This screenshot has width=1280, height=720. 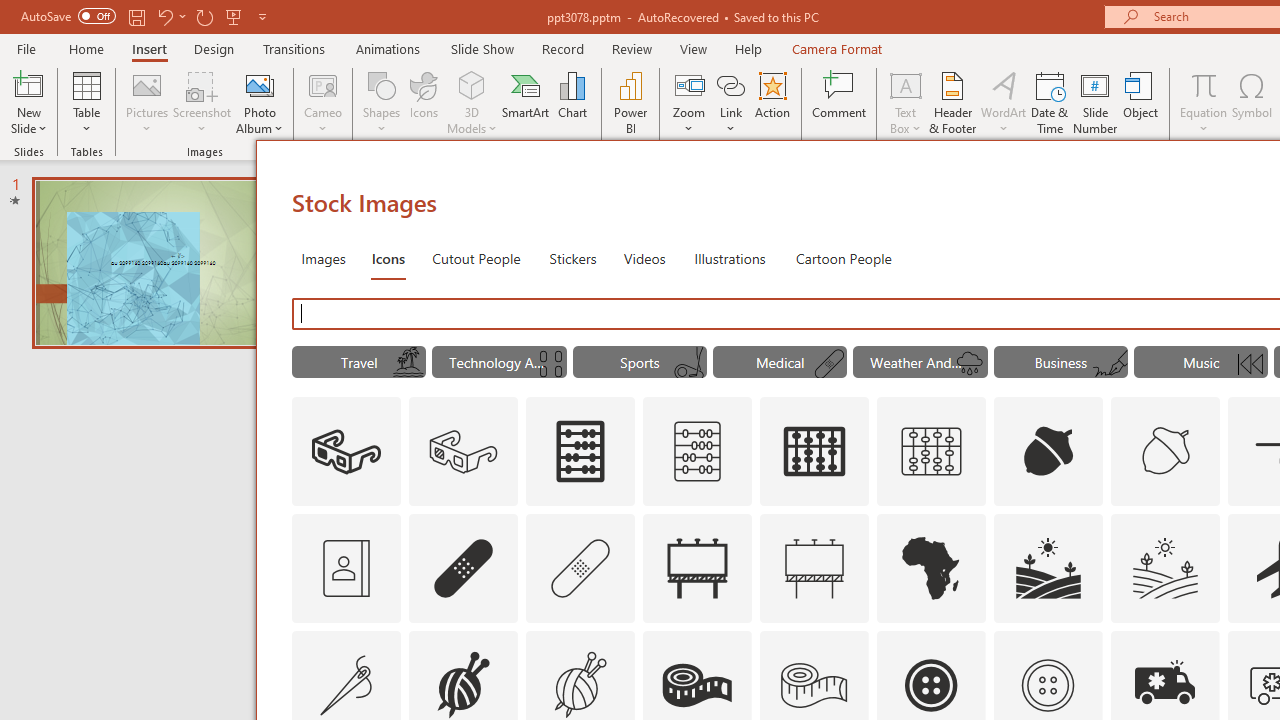 I want to click on 'SmartArt...', so click(x=526, y=103).